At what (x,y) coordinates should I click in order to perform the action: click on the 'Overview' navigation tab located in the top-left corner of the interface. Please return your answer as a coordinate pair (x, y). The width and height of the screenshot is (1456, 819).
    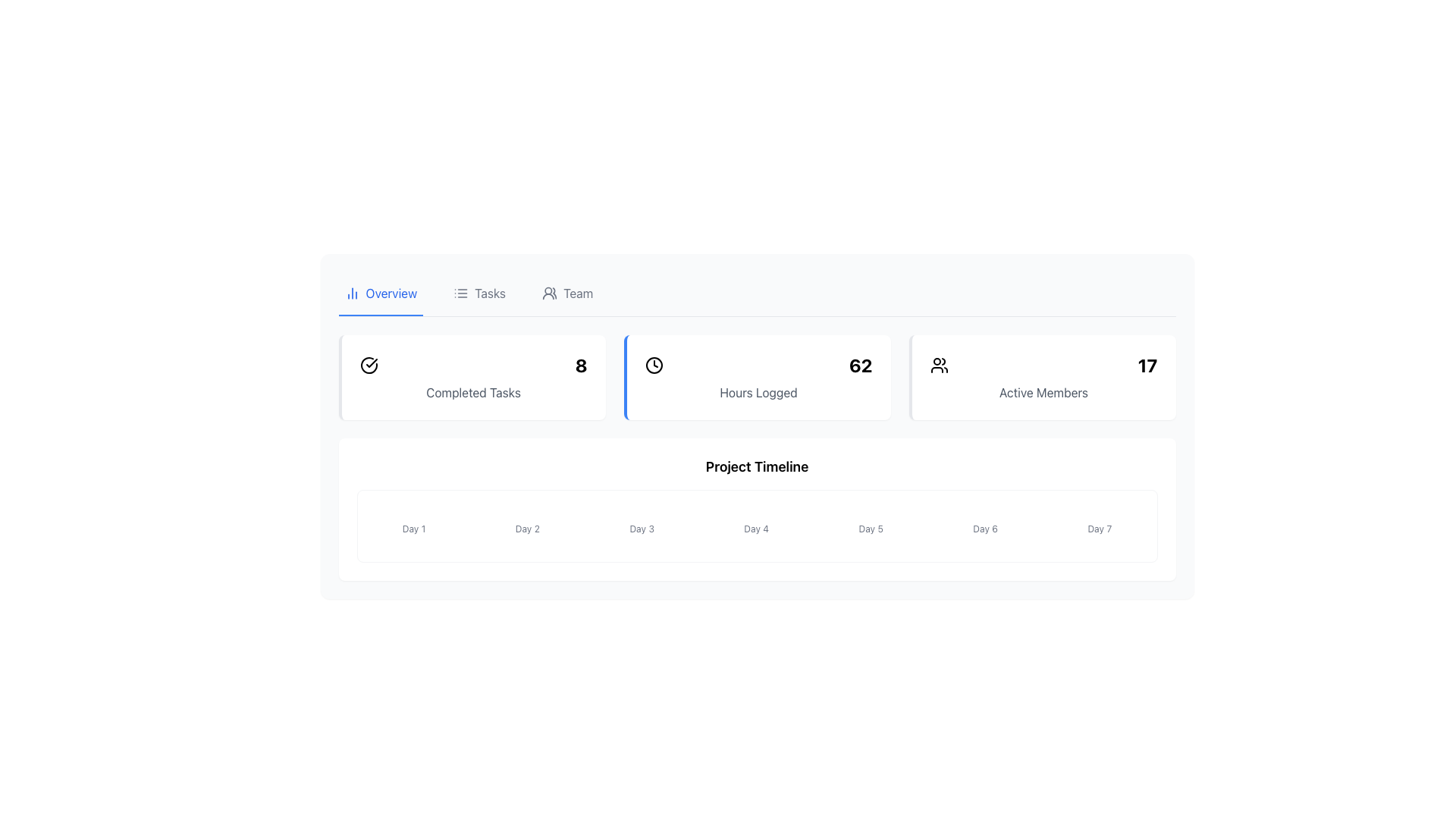
    Looking at the image, I should click on (391, 293).